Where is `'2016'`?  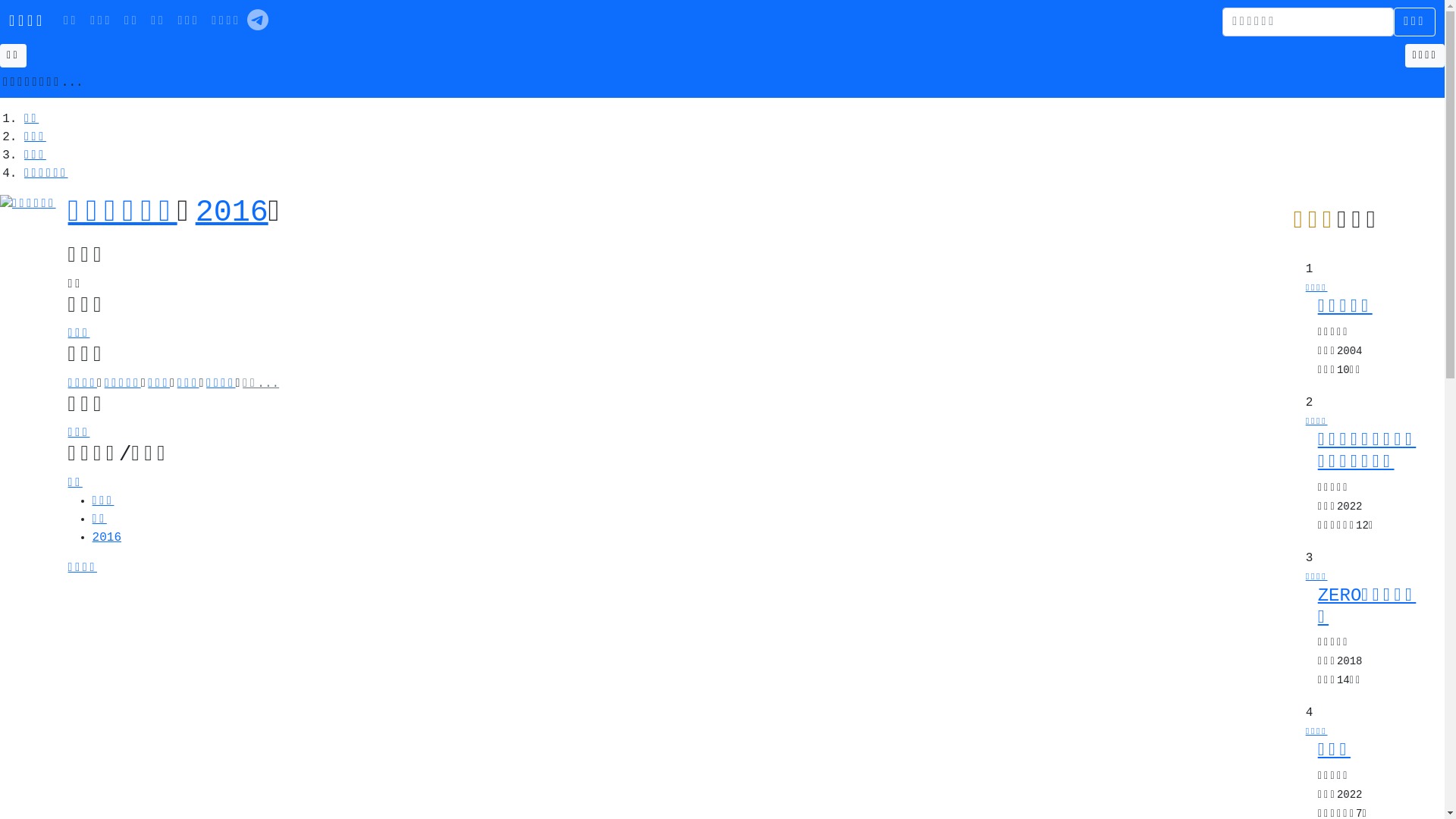 '2016' is located at coordinates (105, 537).